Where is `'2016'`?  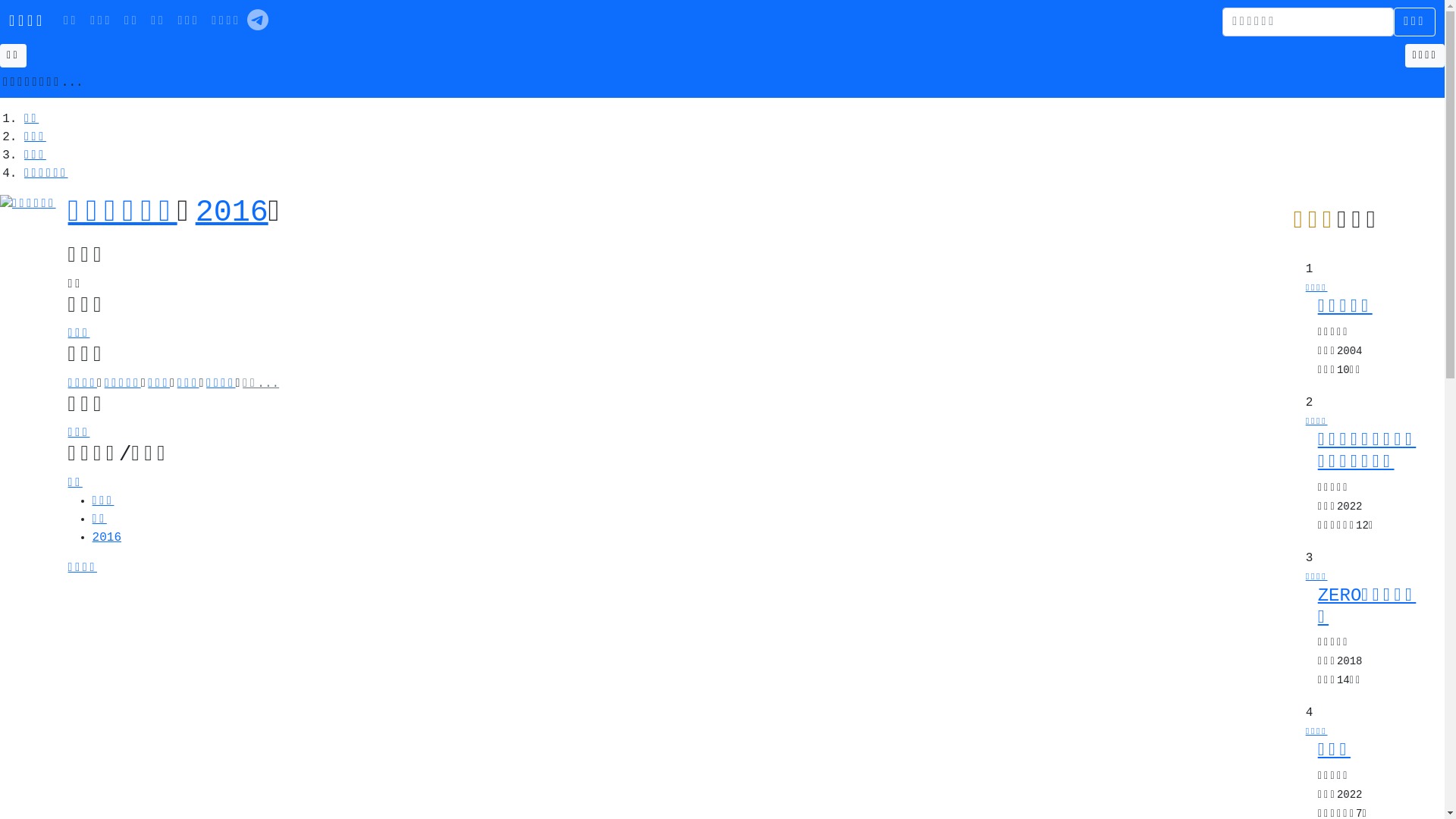 '2016' is located at coordinates (105, 537).